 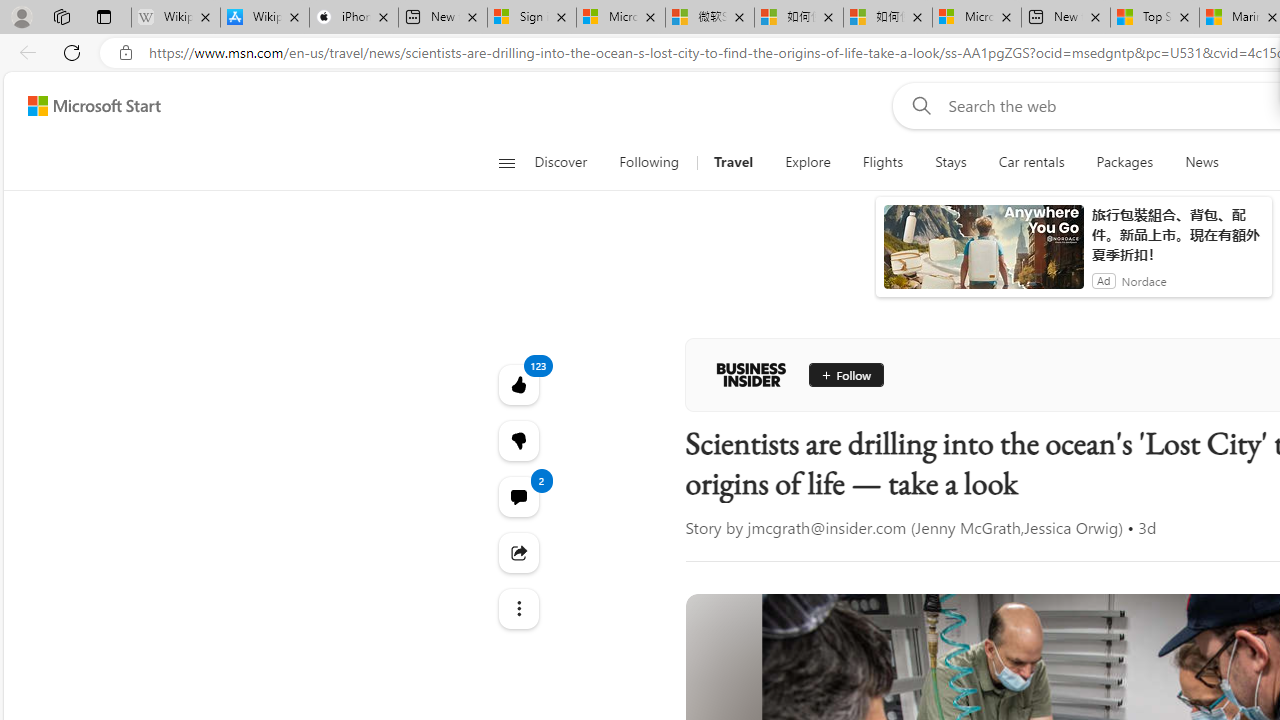 What do you see at coordinates (808, 162) in the screenshot?
I see `'Explore'` at bounding box center [808, 162].